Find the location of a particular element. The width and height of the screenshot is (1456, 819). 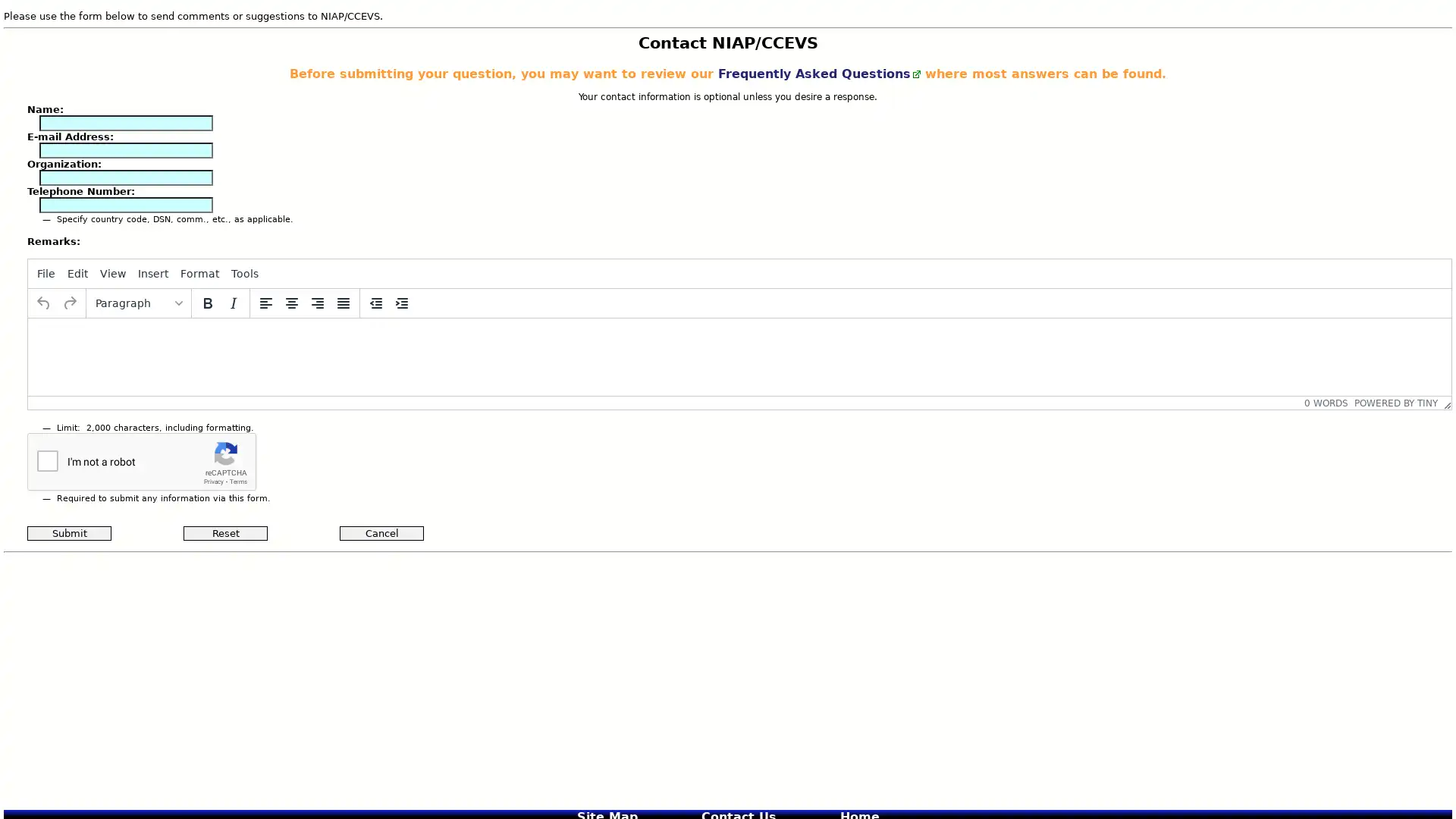

Italic is located at coordinates (232, 303).